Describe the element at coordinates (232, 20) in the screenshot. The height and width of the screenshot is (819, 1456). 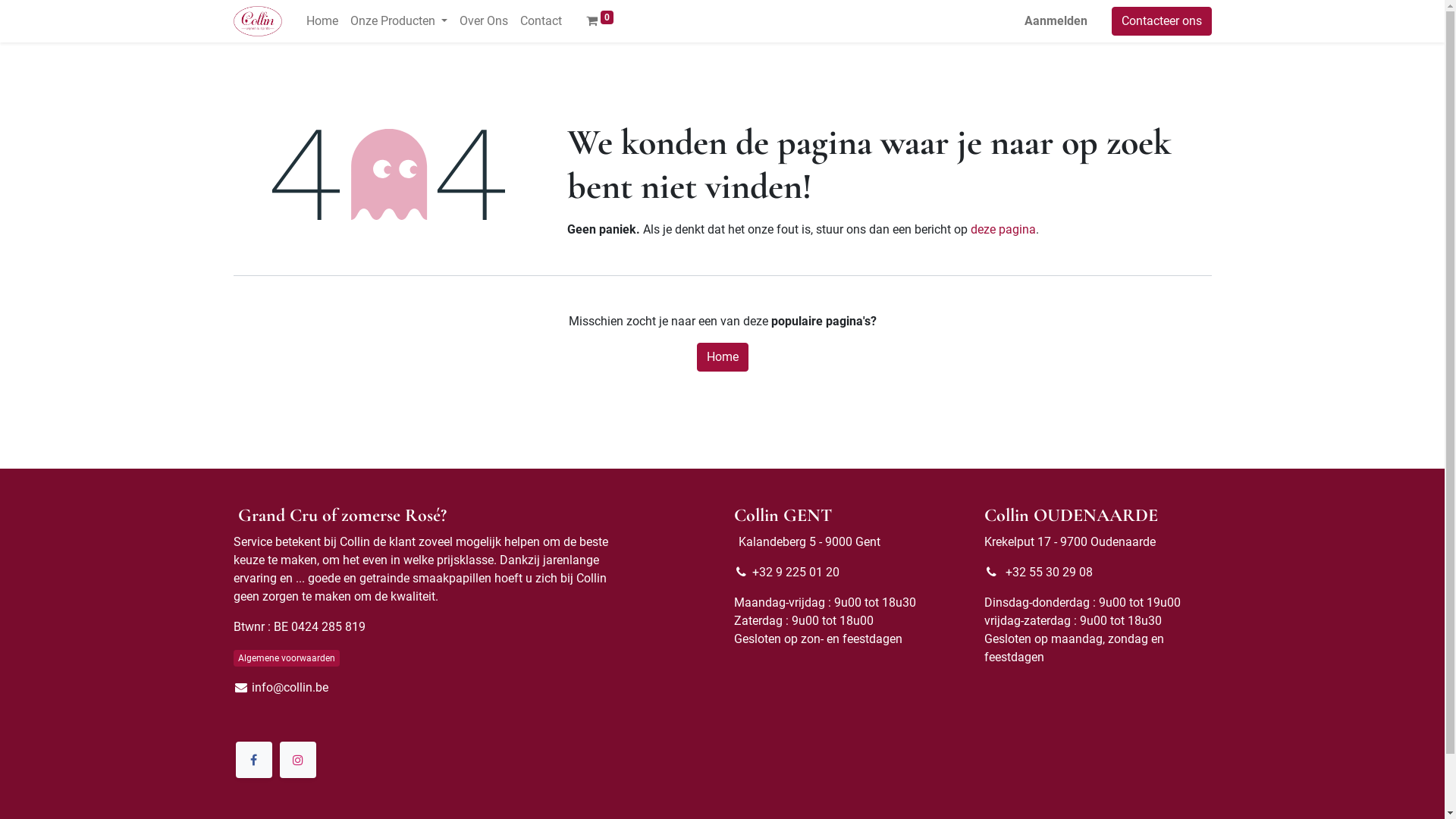
I see `'Collin Wijnen'` at that location.